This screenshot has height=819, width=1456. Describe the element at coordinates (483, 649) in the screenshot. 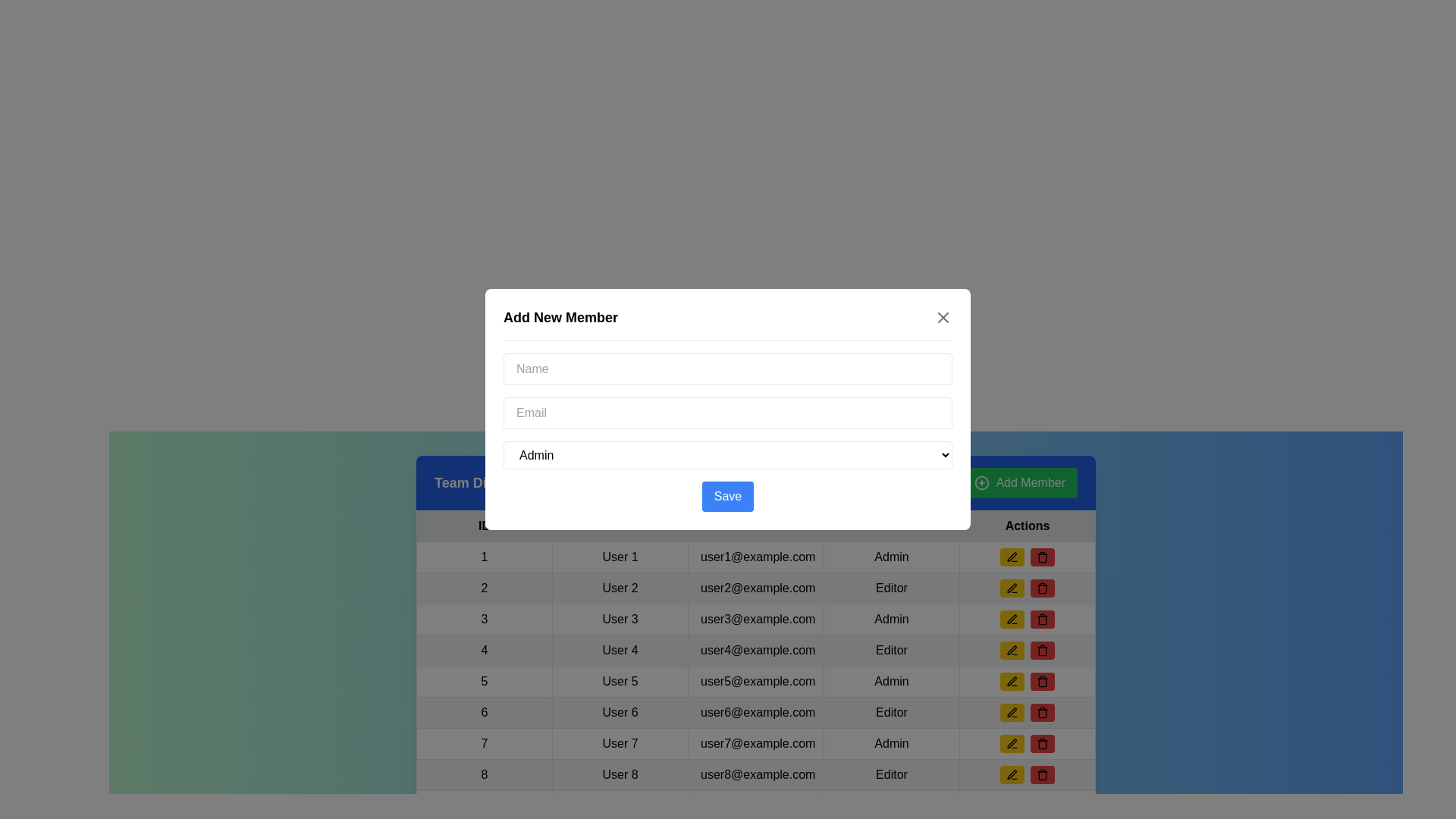

I see `the first cell in the fourth row of the table that displays the unique identifier '4', located under the 'ID' header` at that location.